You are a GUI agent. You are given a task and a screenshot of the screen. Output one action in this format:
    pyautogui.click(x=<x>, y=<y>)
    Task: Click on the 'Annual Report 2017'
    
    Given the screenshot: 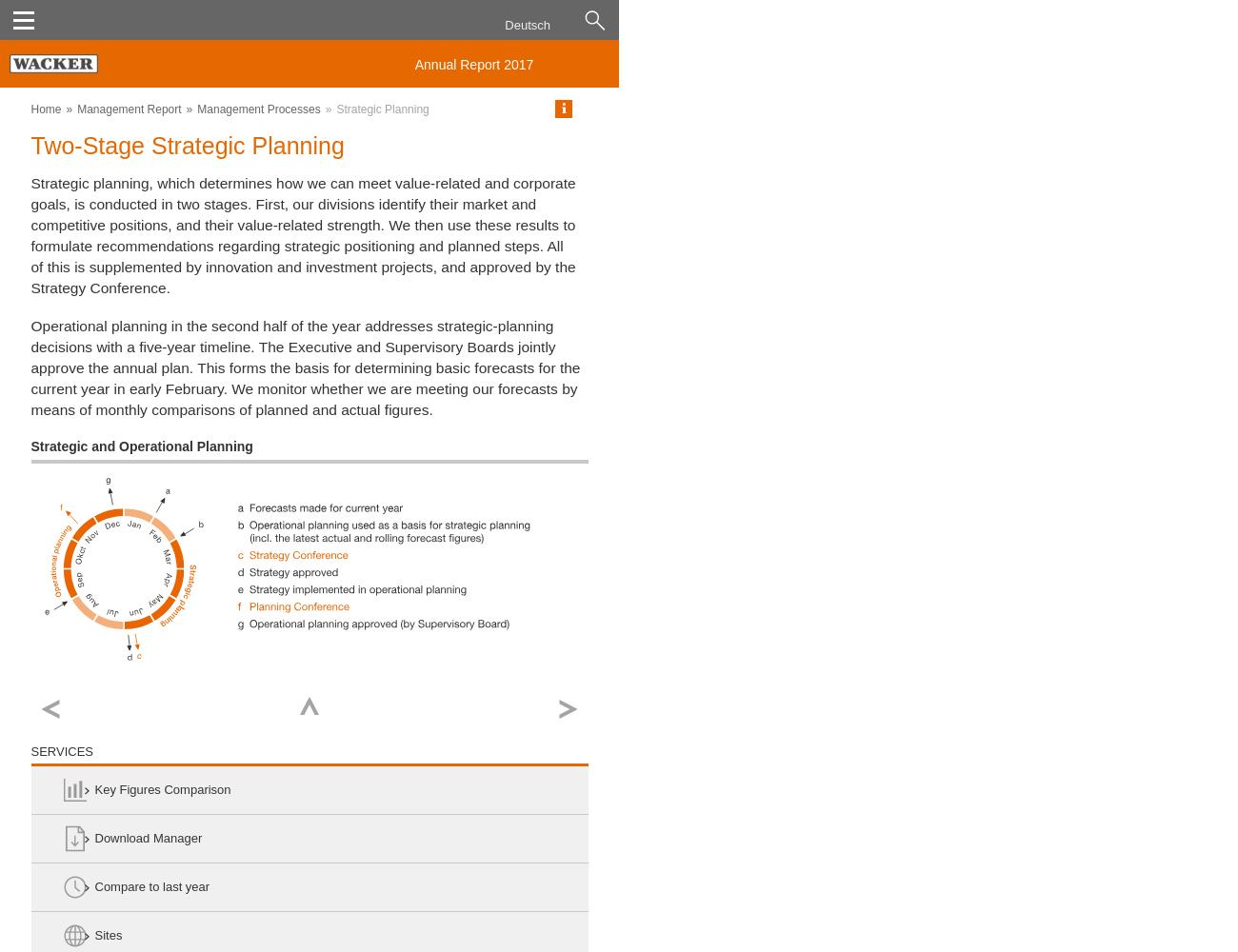 What is the action you would take?
    pyautogui.click(x=473, y=64)
    